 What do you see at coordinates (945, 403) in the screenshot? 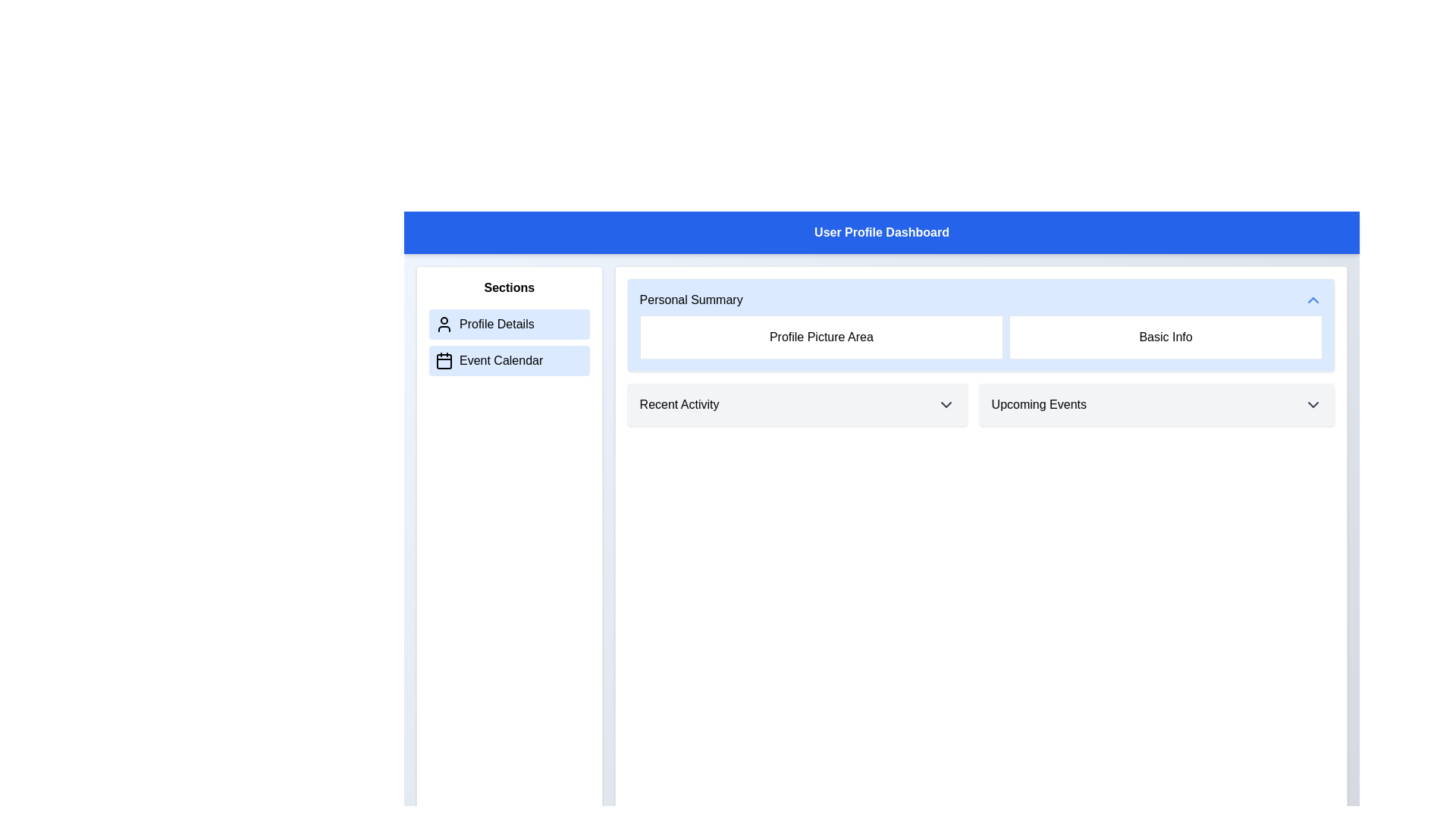
I see `the small downward-facing gray chevron icon located to the far right of the 'Recent Activity' section` at bounding box center [945, 403].